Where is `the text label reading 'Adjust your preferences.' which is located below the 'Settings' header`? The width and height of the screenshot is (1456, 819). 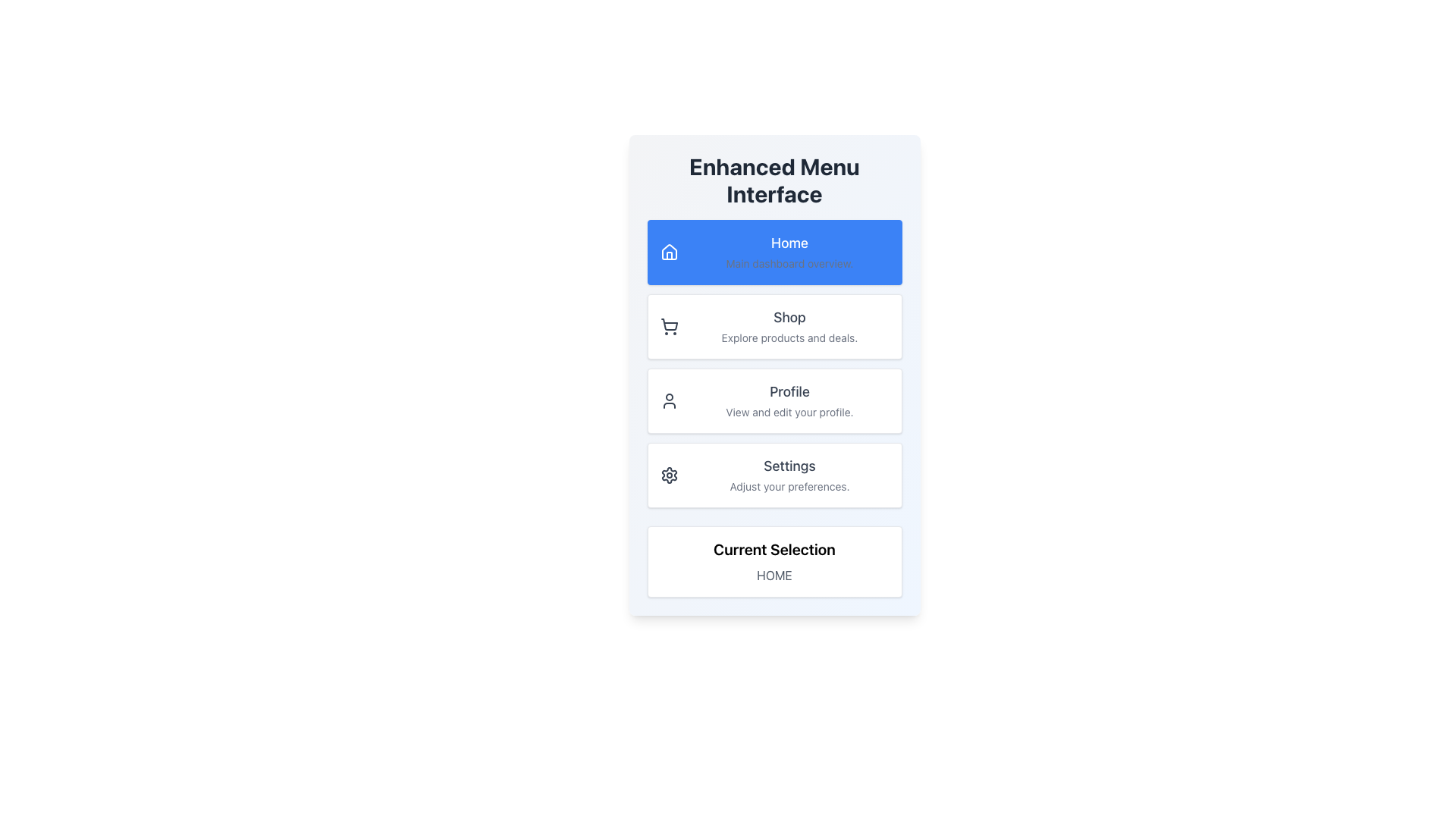 the text label reading 'Adjust your preferences.' which is located below the 'Settings' header is located at coordinates (789, 486).